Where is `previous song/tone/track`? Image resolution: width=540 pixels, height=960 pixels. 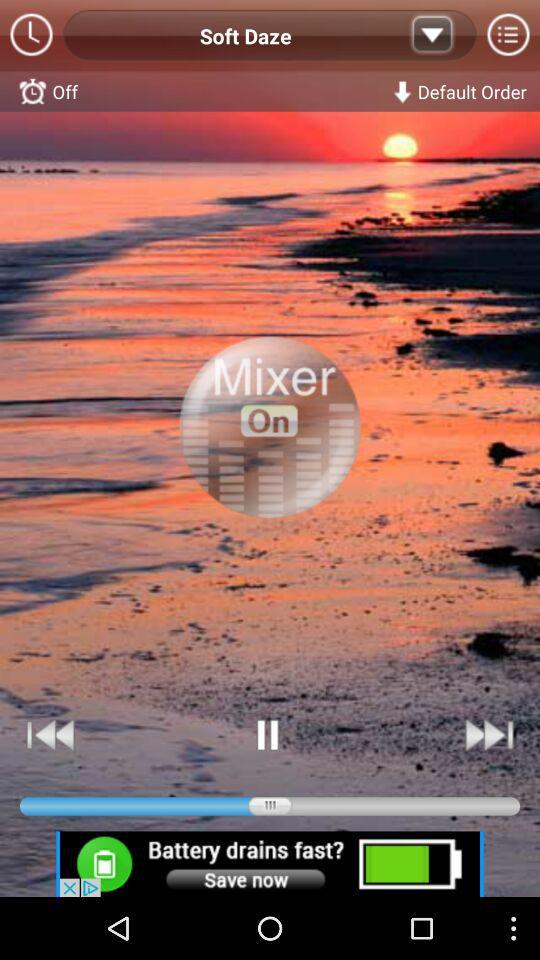 previous song/tone/track is located at coordinates (51, 734).